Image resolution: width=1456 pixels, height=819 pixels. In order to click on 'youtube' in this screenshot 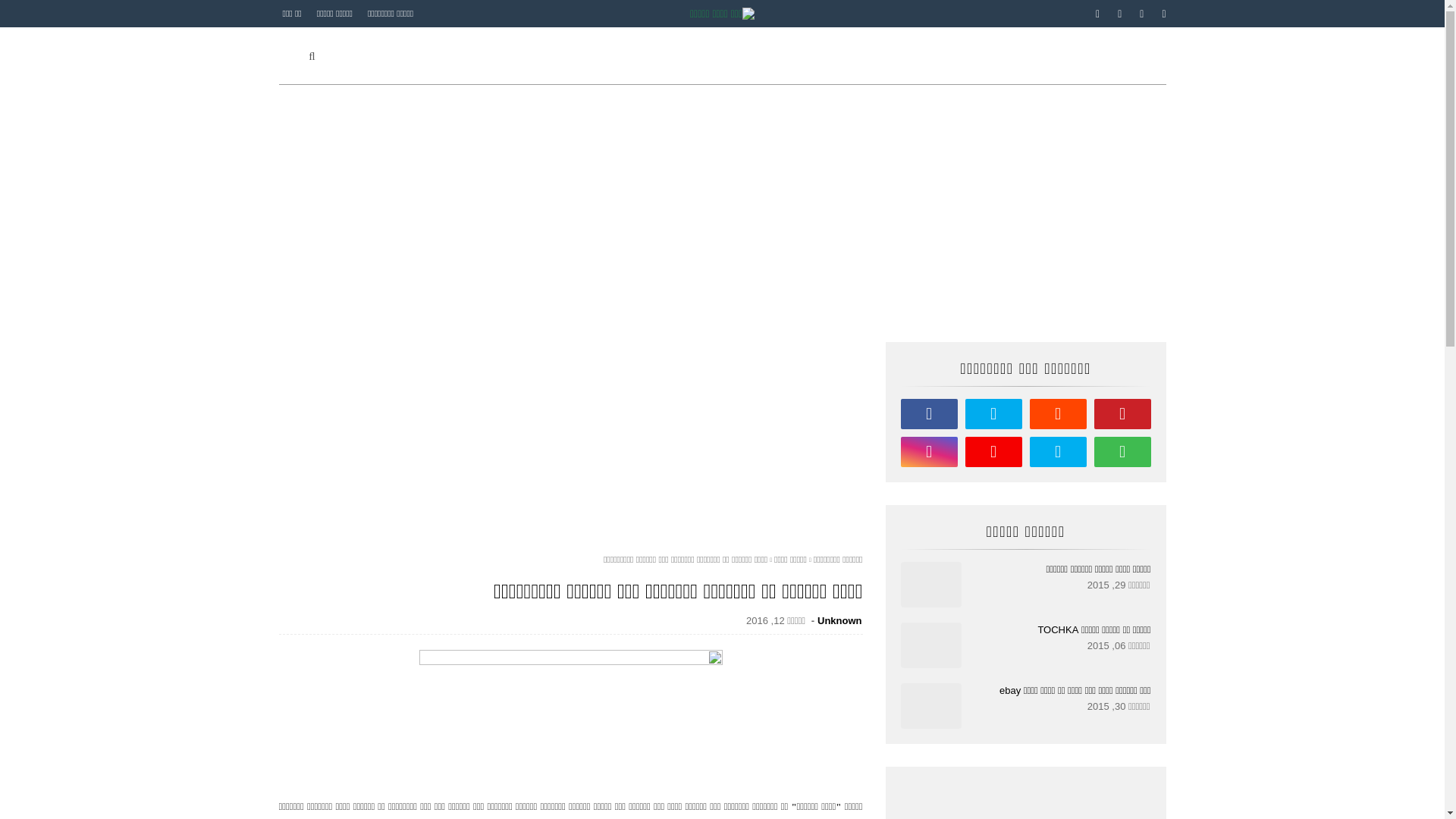, I will do `click(993, 451)`.